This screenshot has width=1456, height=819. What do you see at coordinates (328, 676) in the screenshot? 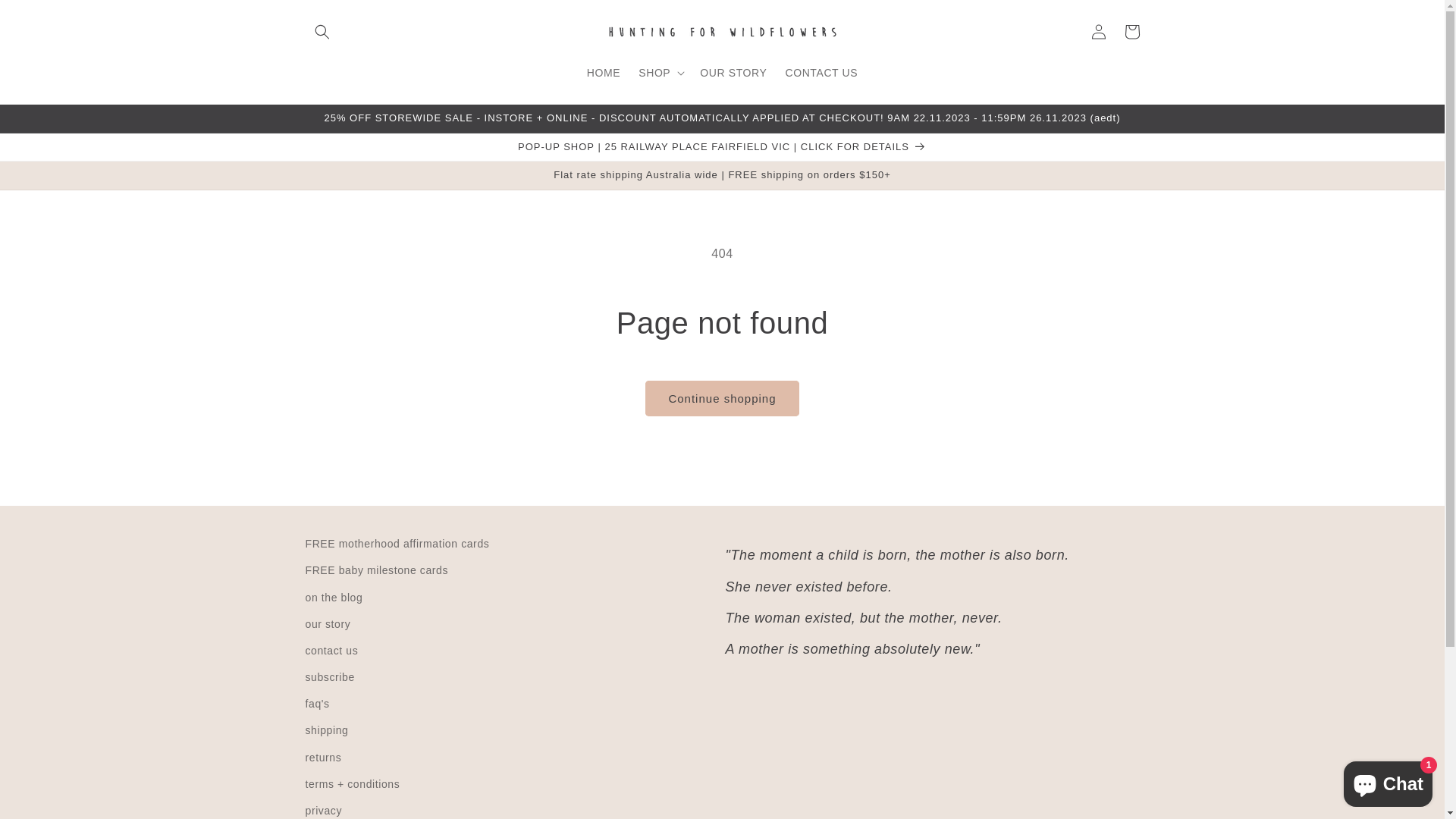
I see `'subscribe'` at bounding box center [328, 676].